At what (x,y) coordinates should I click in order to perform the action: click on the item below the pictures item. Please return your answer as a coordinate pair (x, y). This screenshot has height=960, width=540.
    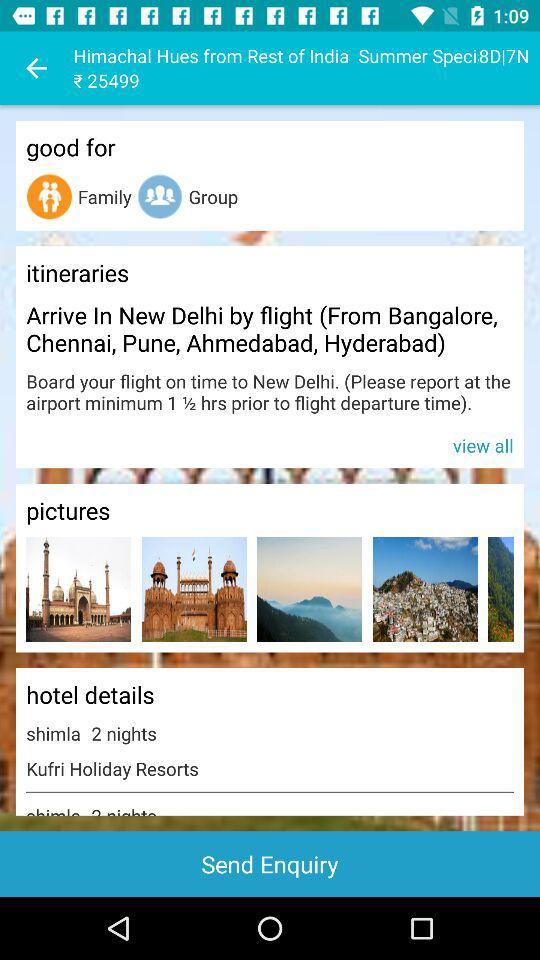
    Looking at the image, I should click on (309, 589).